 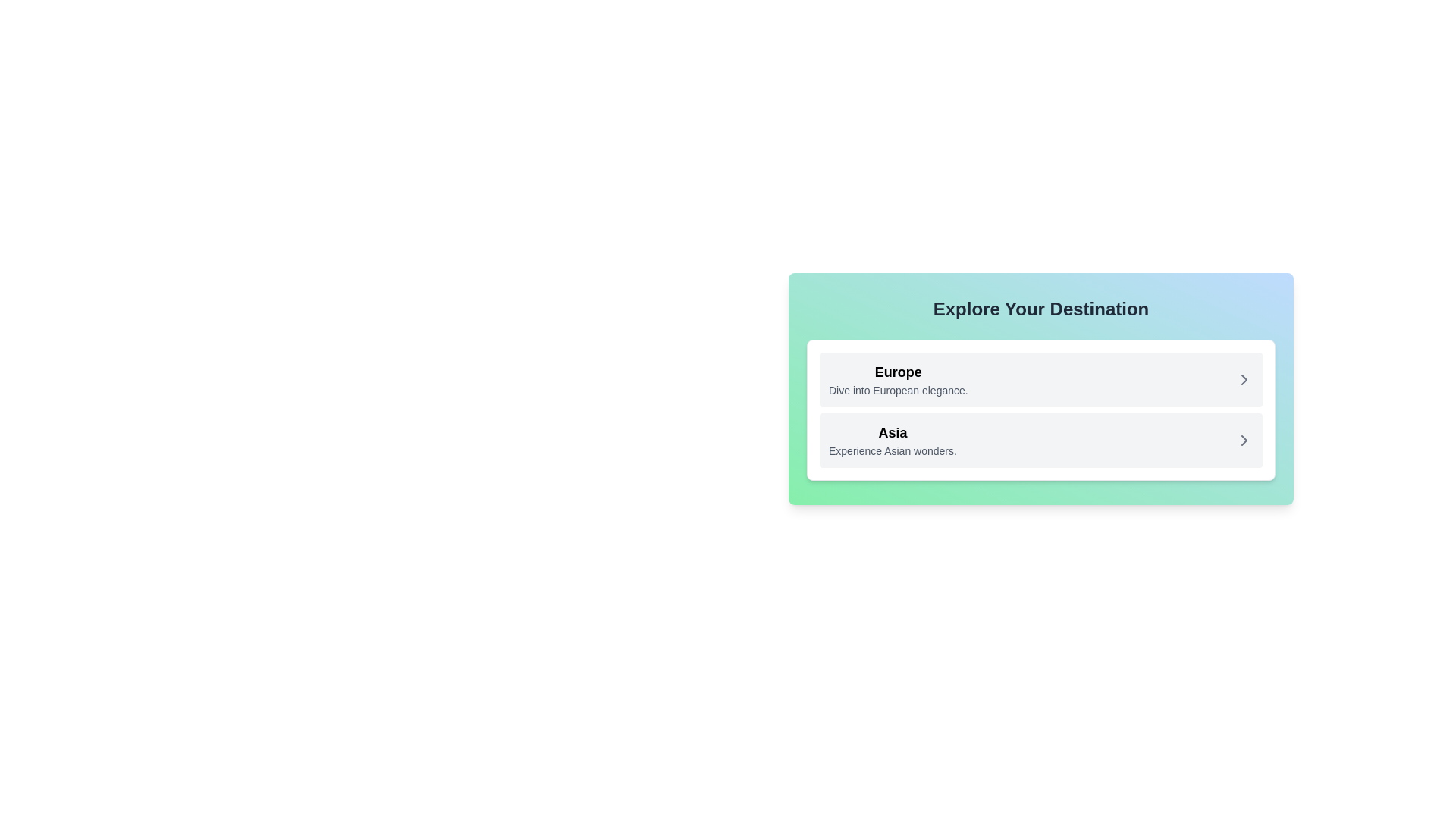 What do you see at coordinates (893, 450) in the screenshot?
I see `the text snippet stating 'Experience Asian wonders.' located under the title 'Asia' in the card interface` at bounding box center [893, 450].